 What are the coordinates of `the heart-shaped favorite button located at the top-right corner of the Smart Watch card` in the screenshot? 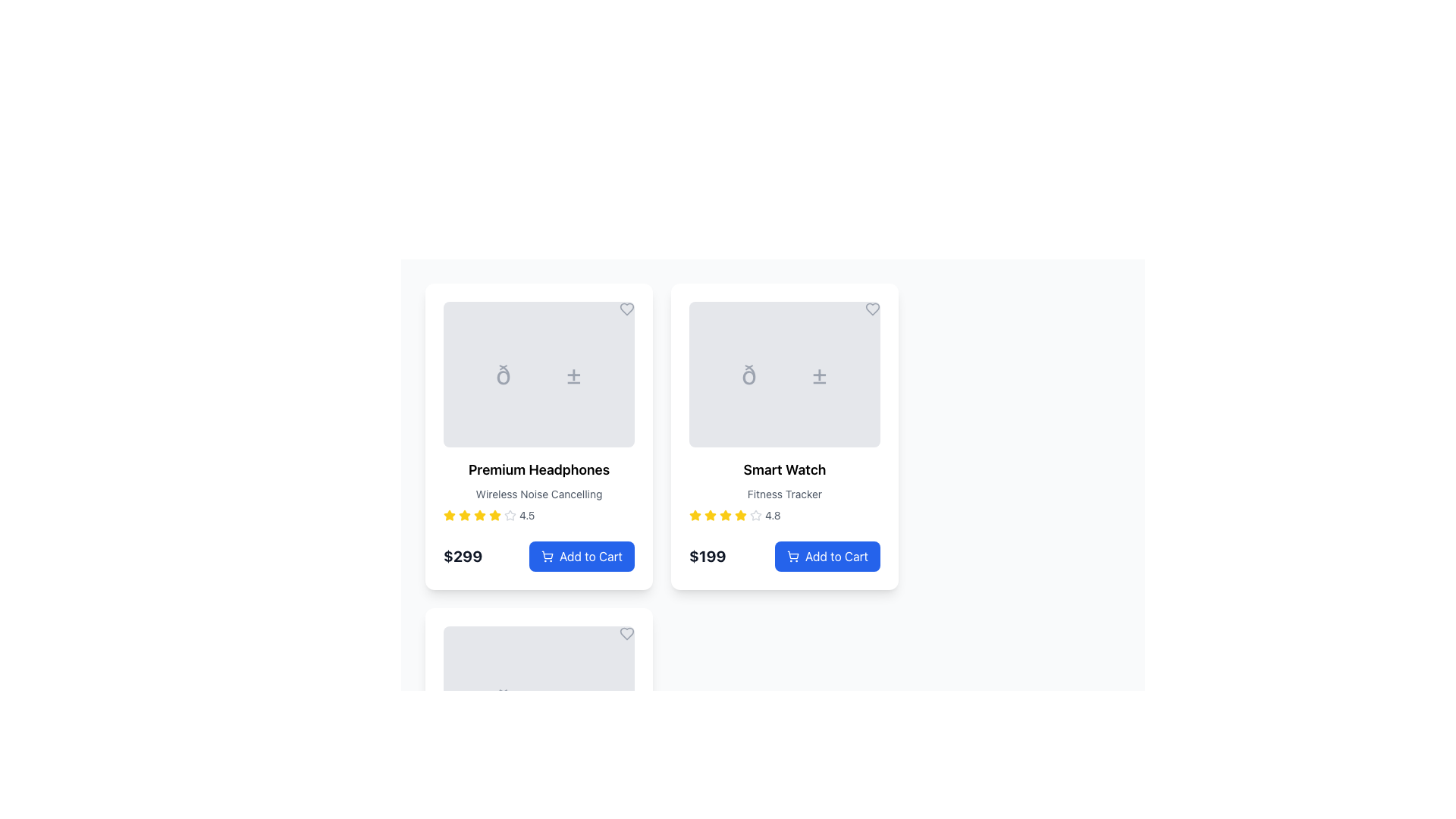 It's located at (873, 309).